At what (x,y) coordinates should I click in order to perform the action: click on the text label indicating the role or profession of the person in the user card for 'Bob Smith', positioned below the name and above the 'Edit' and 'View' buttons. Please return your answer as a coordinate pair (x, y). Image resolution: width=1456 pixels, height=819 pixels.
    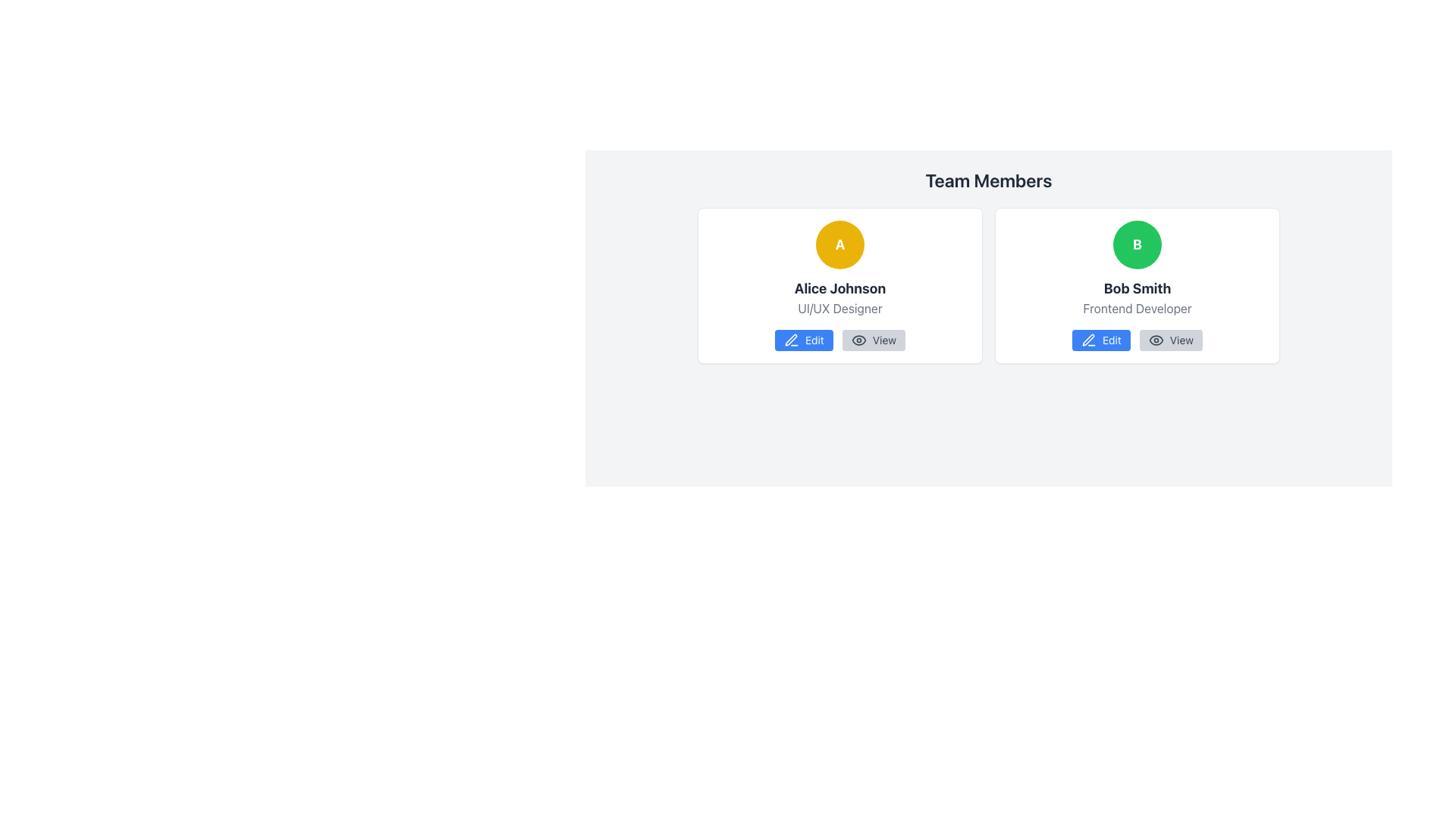
    Looking at the image, I should click on (1137, 308).